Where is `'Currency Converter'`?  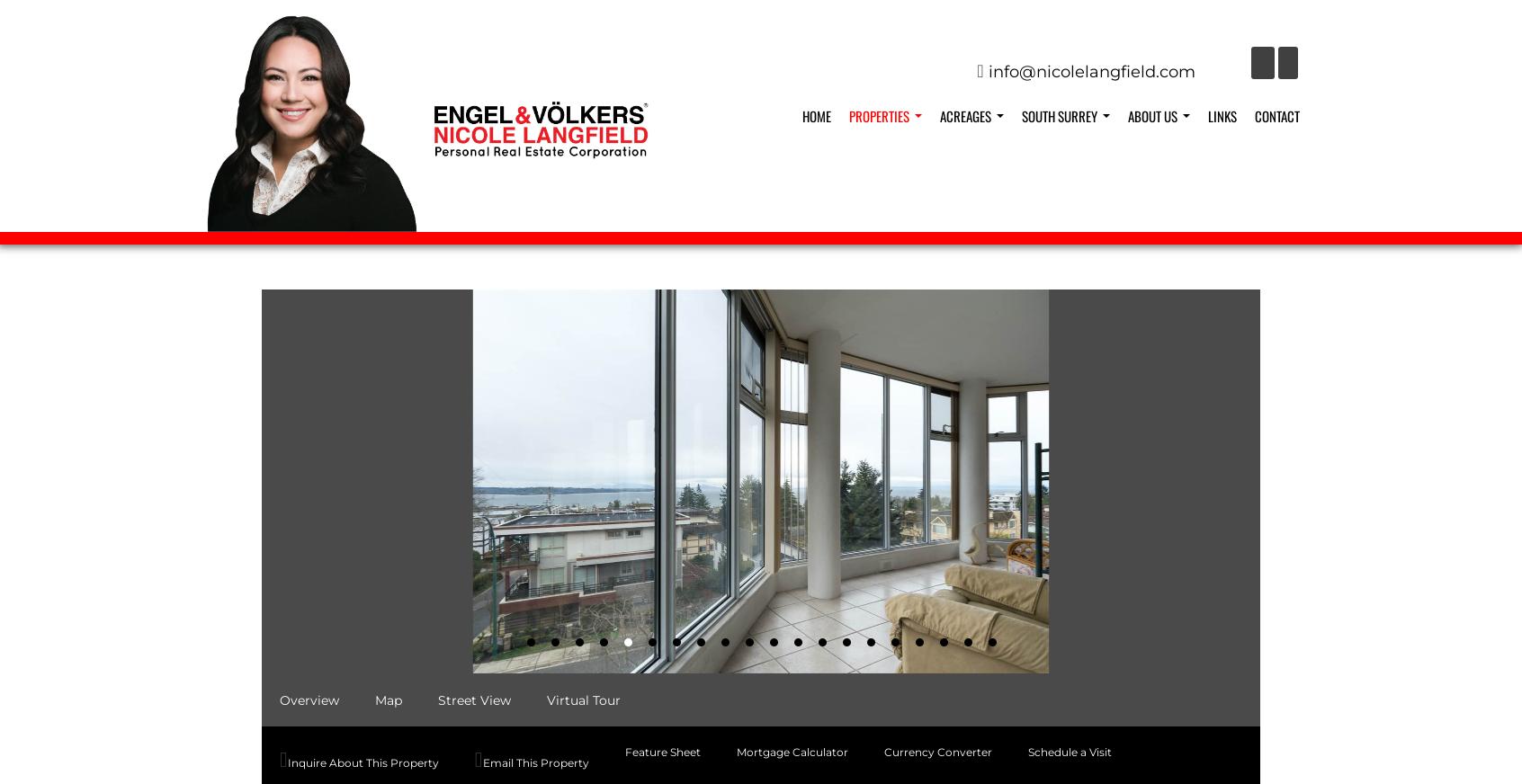
'Currency Converter' is located at coordinates (936, 751).